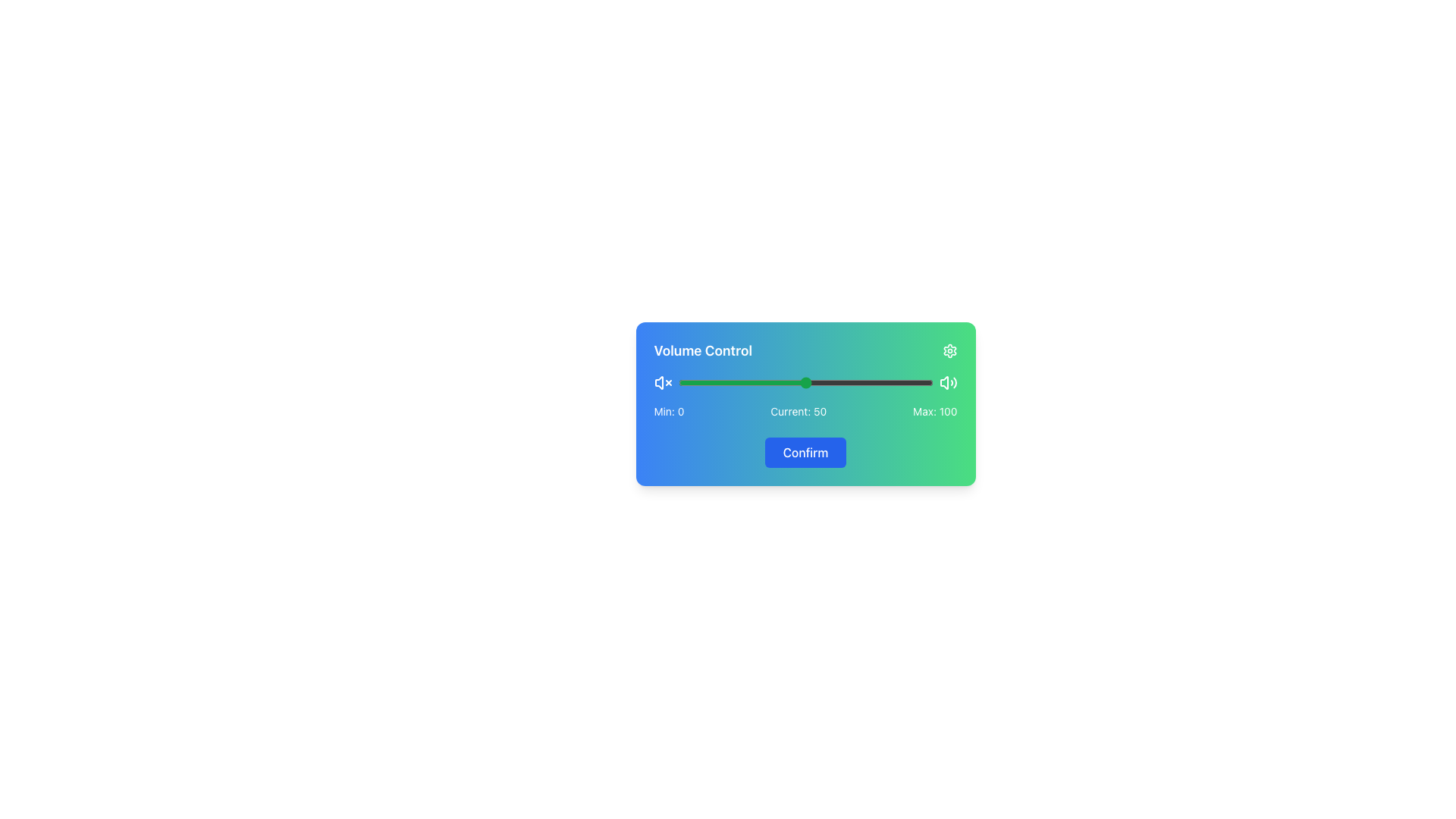  Describe the element at coordinates (874, 382) in the screenshot. I see `the volume` at that location.